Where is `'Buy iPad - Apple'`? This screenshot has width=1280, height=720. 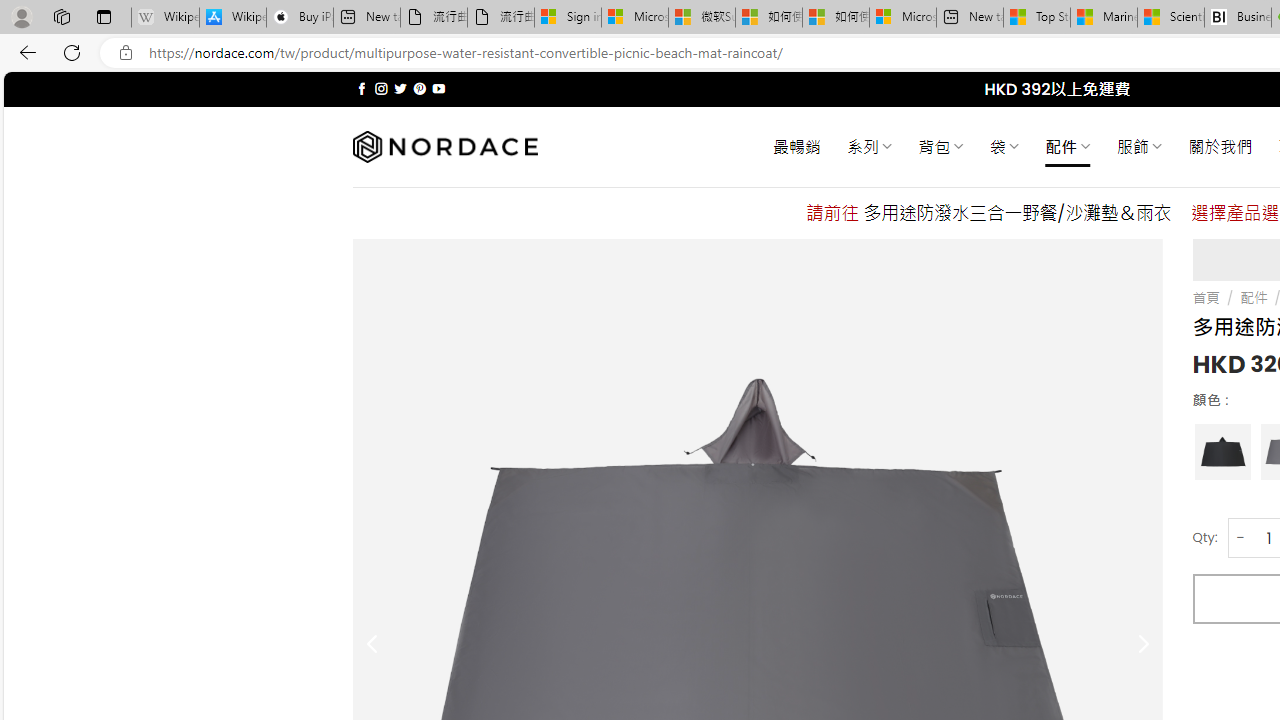 'Buy iPad - Apple' is located at coordinates (299, 17).